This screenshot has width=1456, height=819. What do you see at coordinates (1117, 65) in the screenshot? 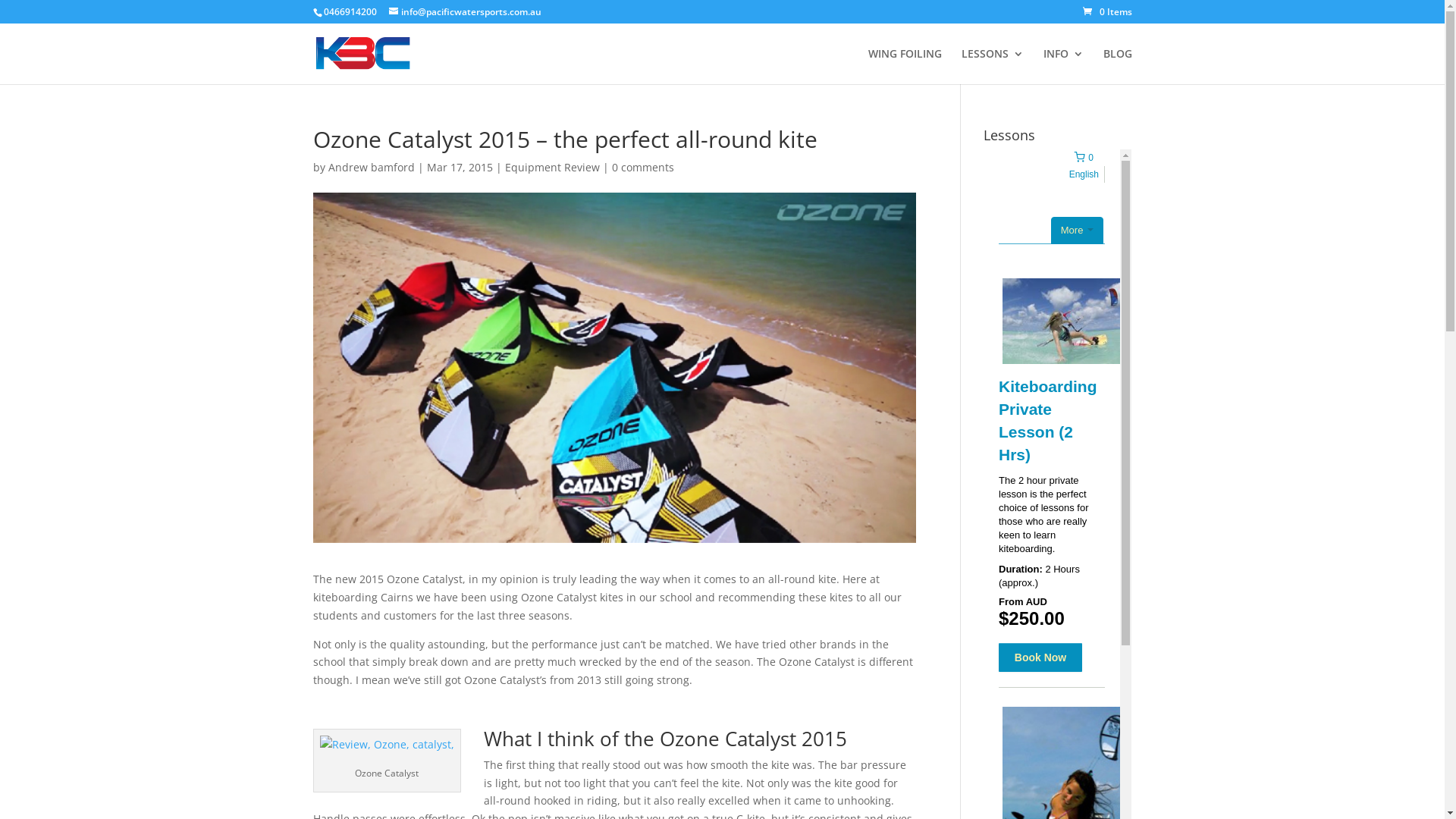
I see `'BLOG'` at bounding box center [1117, 65].